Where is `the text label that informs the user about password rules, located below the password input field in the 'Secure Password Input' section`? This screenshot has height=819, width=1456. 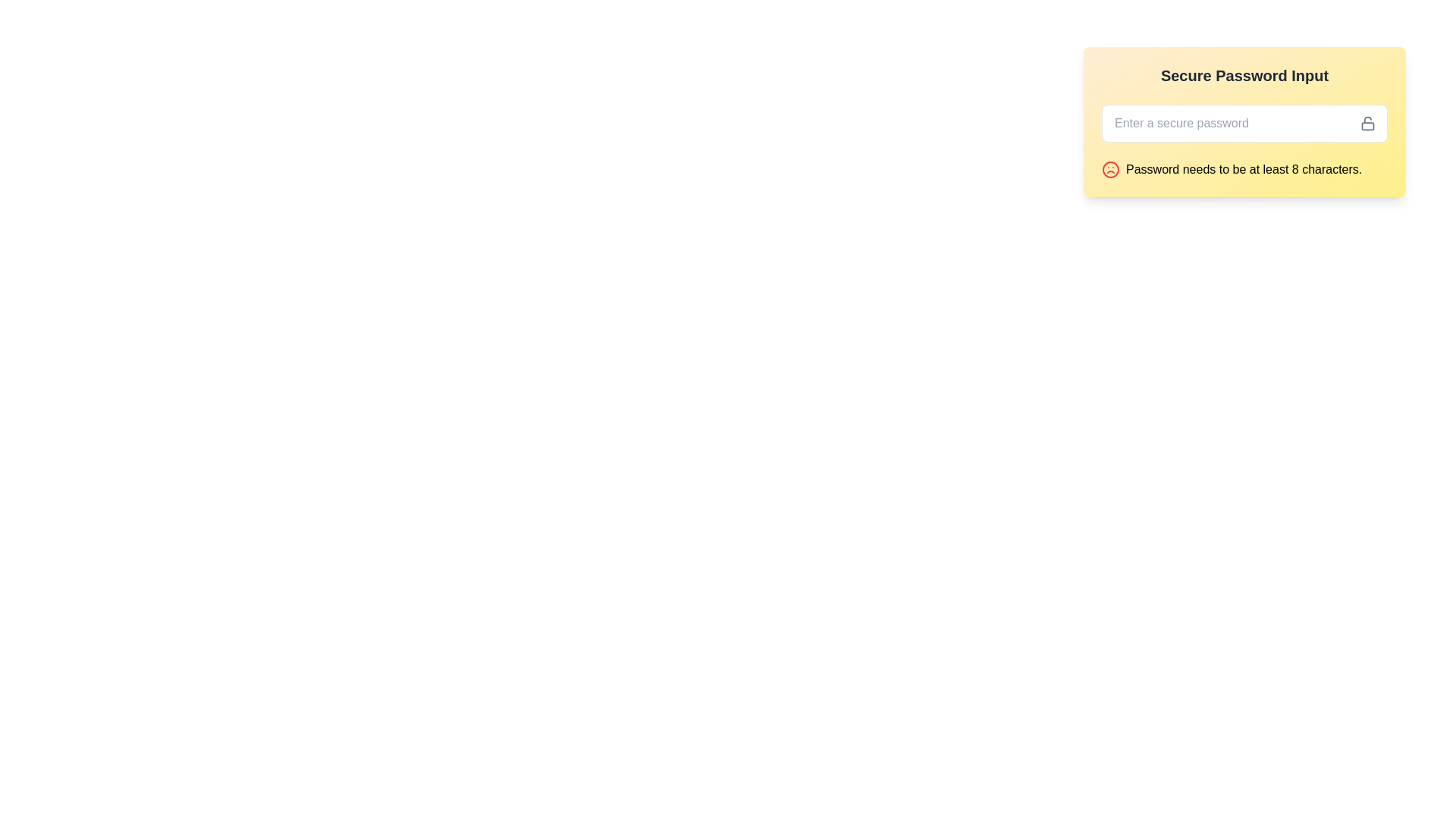
the text label that informs the user about password rules, located below the password input field in the 'Secure Password Input' section is located at coordinates (1244, 169).